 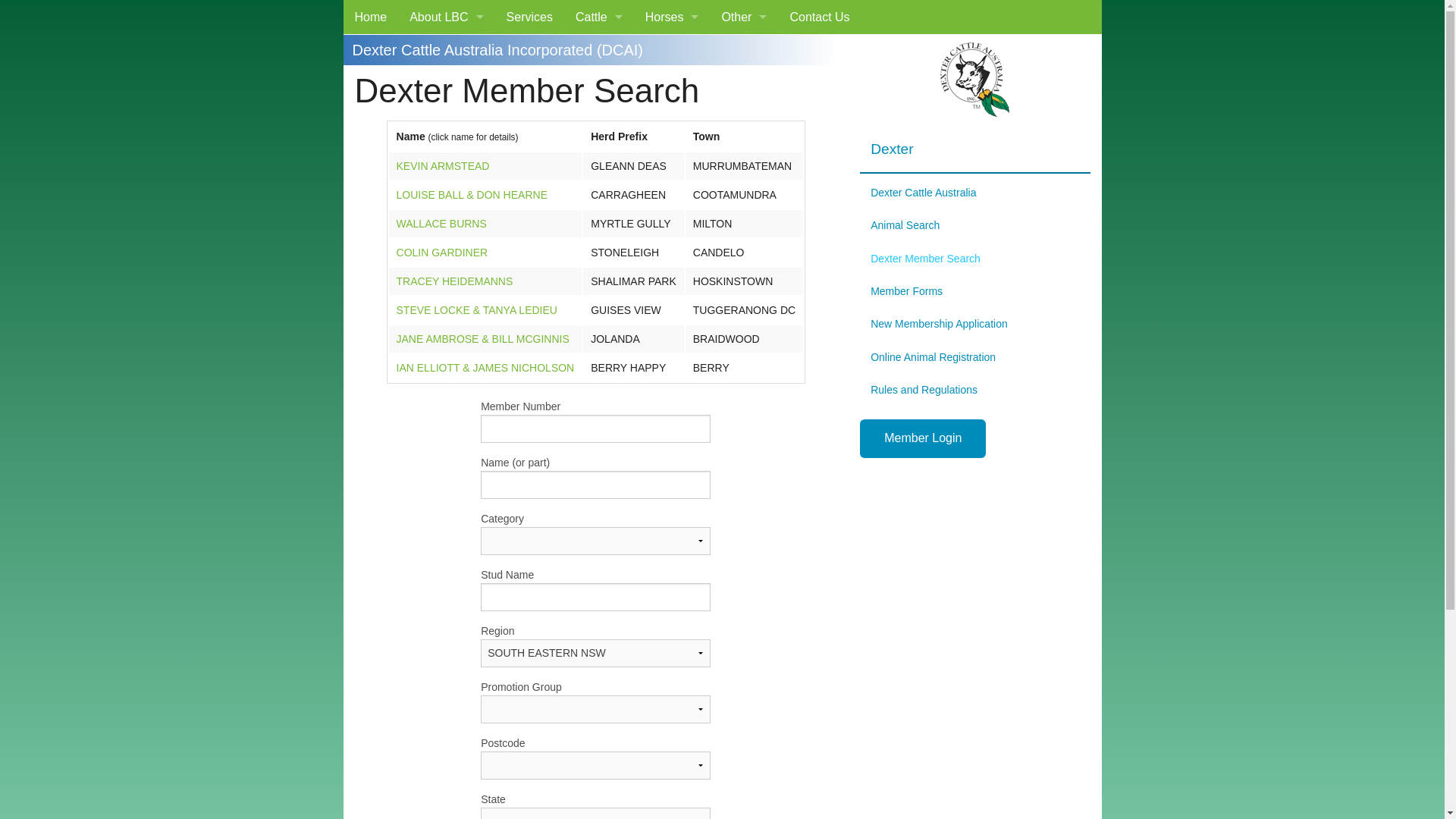 What do you see at coordinates (974, 256) in the screenshot?
I see `'Dexter Member Search'` at bounding box center [974, 256].